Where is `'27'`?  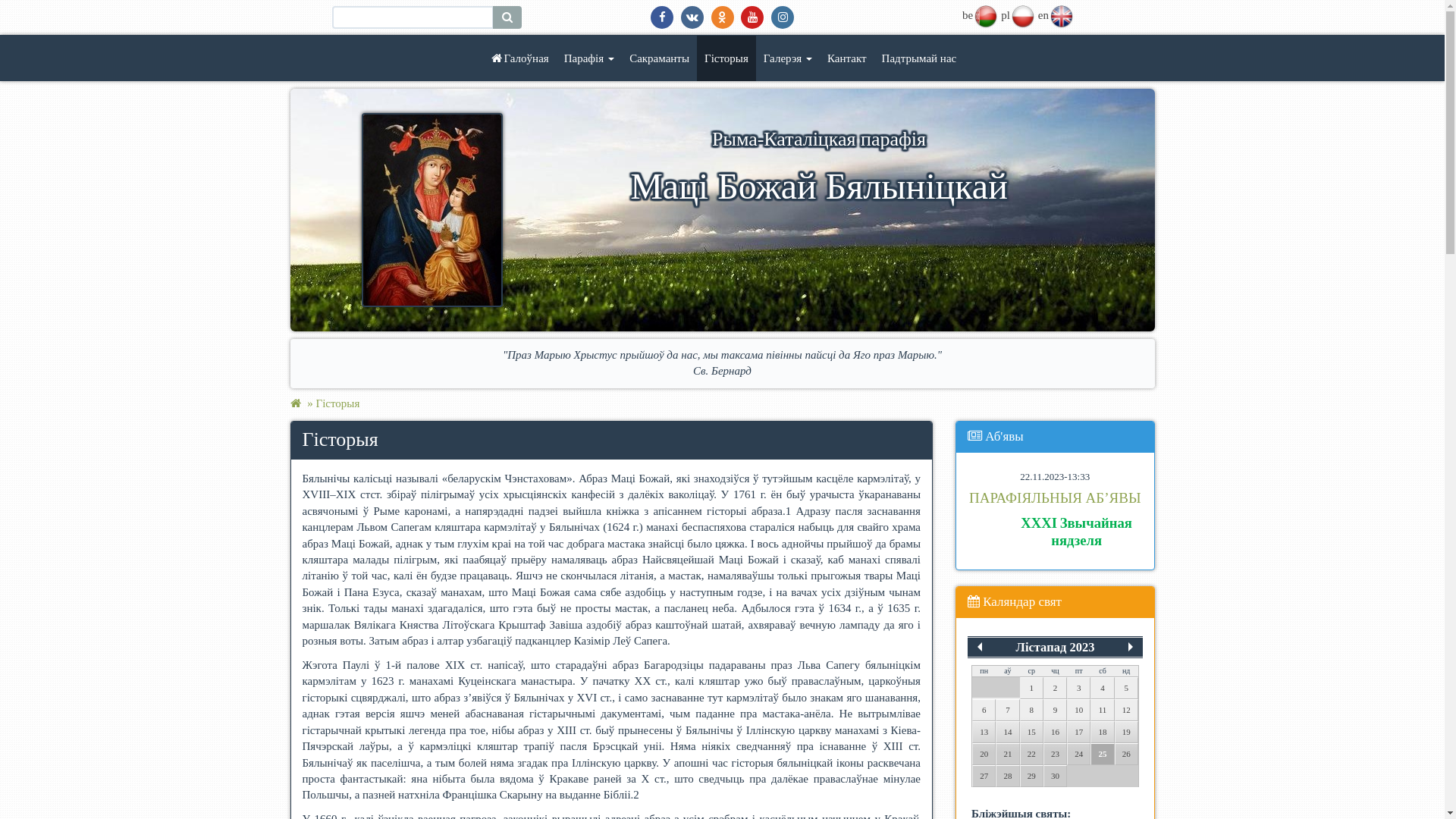 '27' is located at coordinates (984, 776).